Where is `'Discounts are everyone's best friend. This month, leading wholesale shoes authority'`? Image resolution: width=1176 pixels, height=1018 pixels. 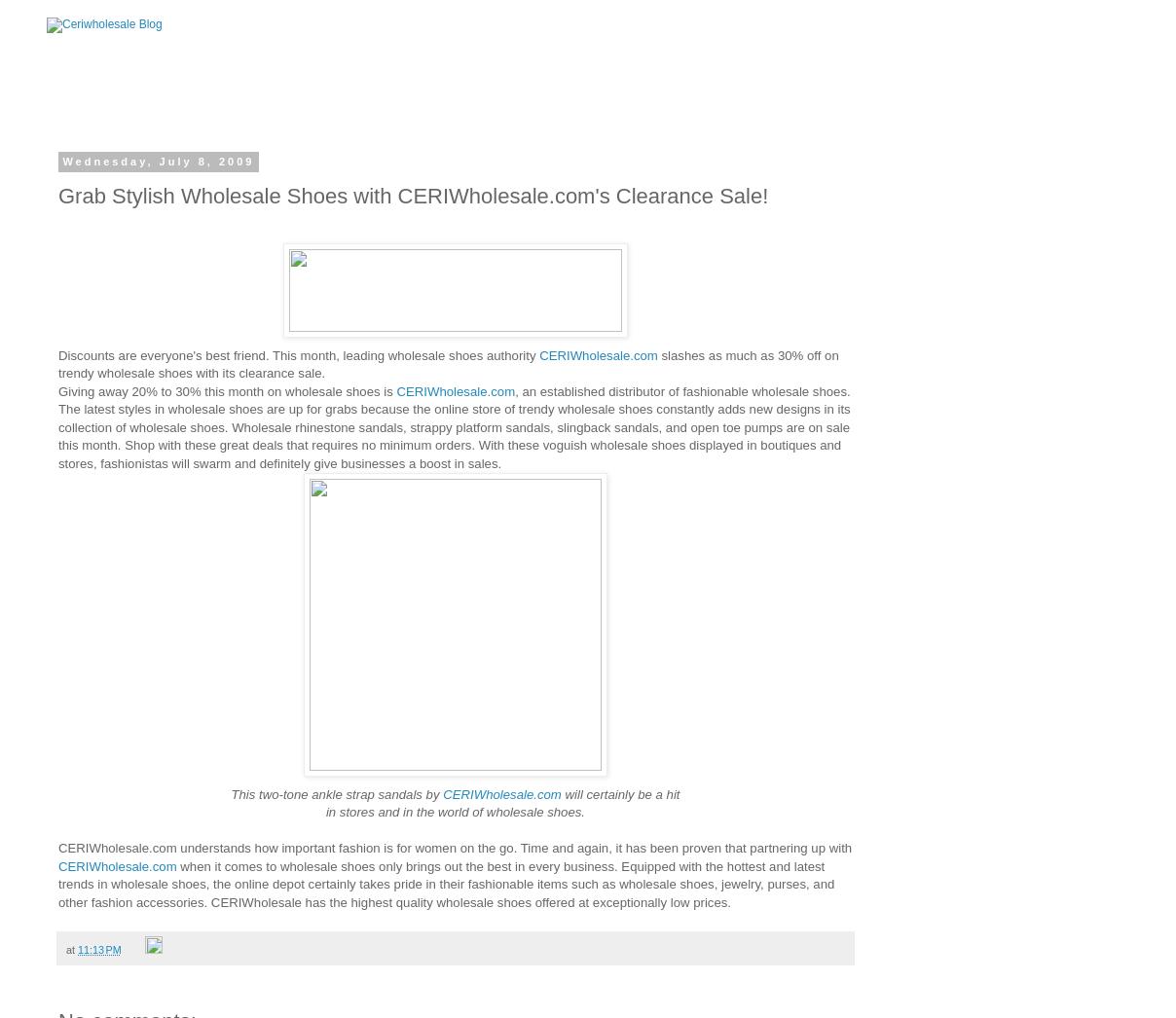
'Discounts are everyone's best friend. This month, leading wholesale shoes authority' is located at coordinates (297, 353).